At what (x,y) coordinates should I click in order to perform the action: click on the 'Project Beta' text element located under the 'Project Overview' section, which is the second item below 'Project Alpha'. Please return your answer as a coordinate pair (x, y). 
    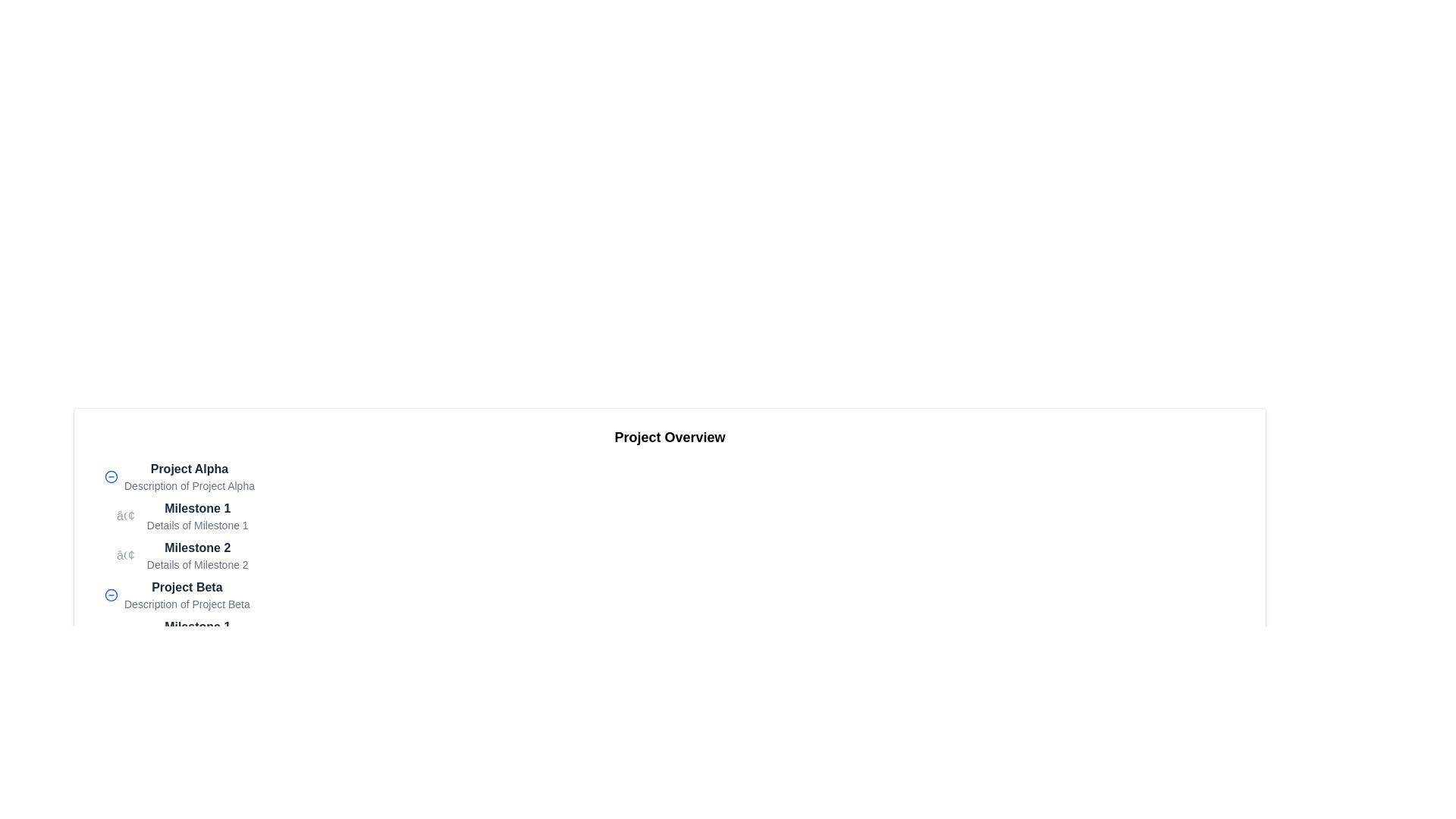
    Looking at the image, I should click on (186, 595).